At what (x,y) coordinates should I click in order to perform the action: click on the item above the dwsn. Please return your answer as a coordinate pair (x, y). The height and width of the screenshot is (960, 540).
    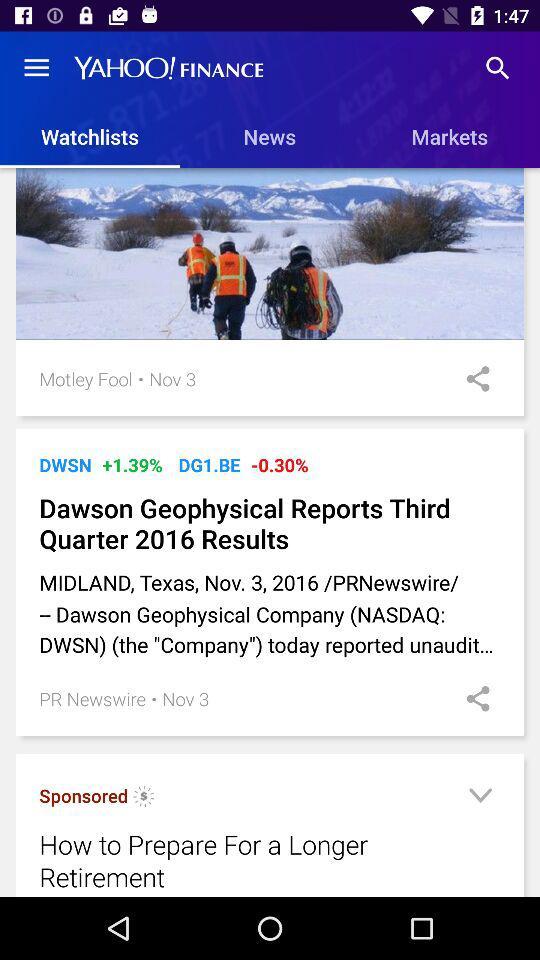
    Looking at the image, I should click on (272, 427).